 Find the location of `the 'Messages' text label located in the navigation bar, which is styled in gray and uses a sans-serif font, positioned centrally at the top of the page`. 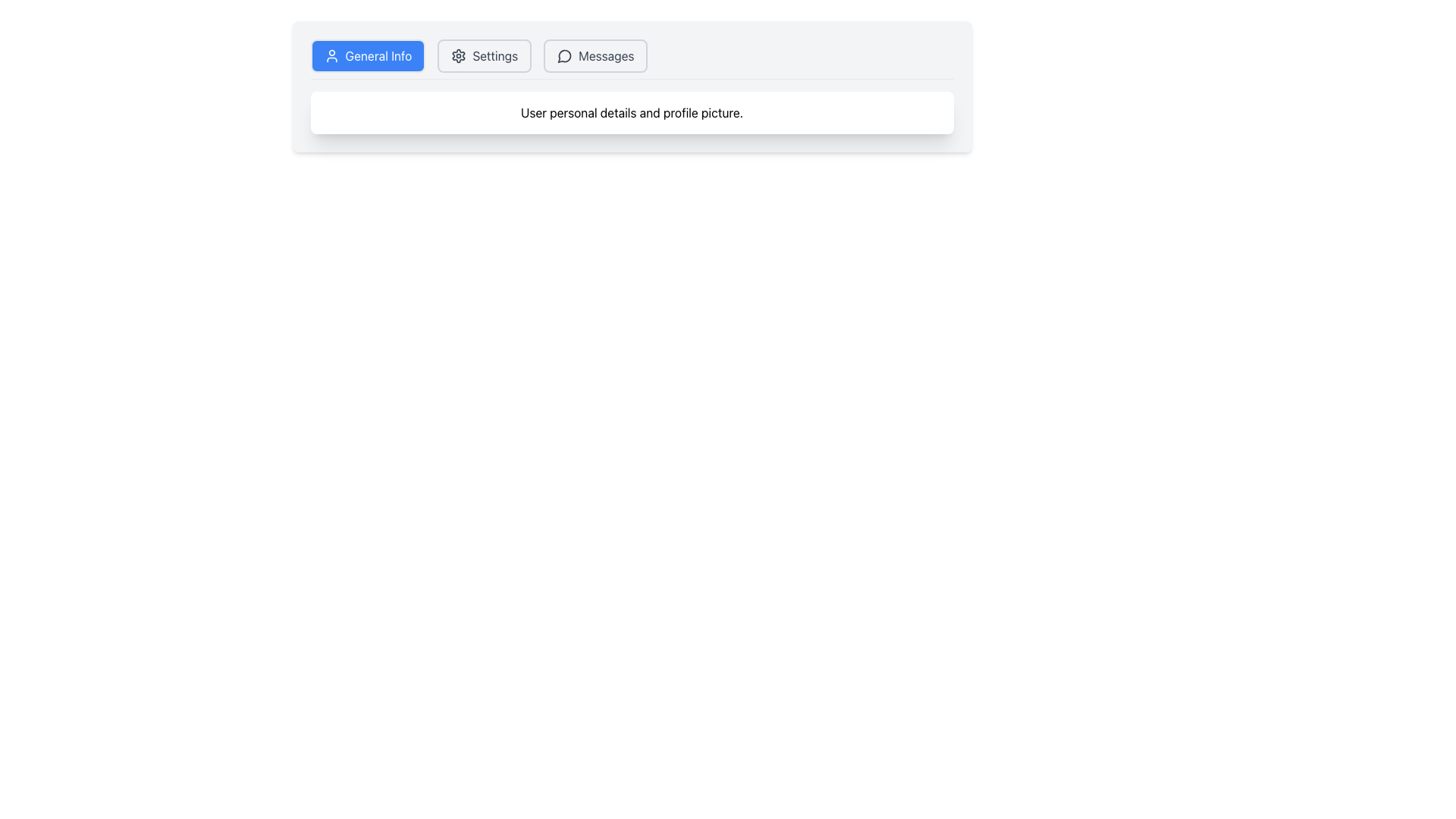

the 'Messages' text label located in the navigation bar, which is styled in gray and uses a sans-serif font, positioned centrally at the top of the page is located at coordinates (605, 55).